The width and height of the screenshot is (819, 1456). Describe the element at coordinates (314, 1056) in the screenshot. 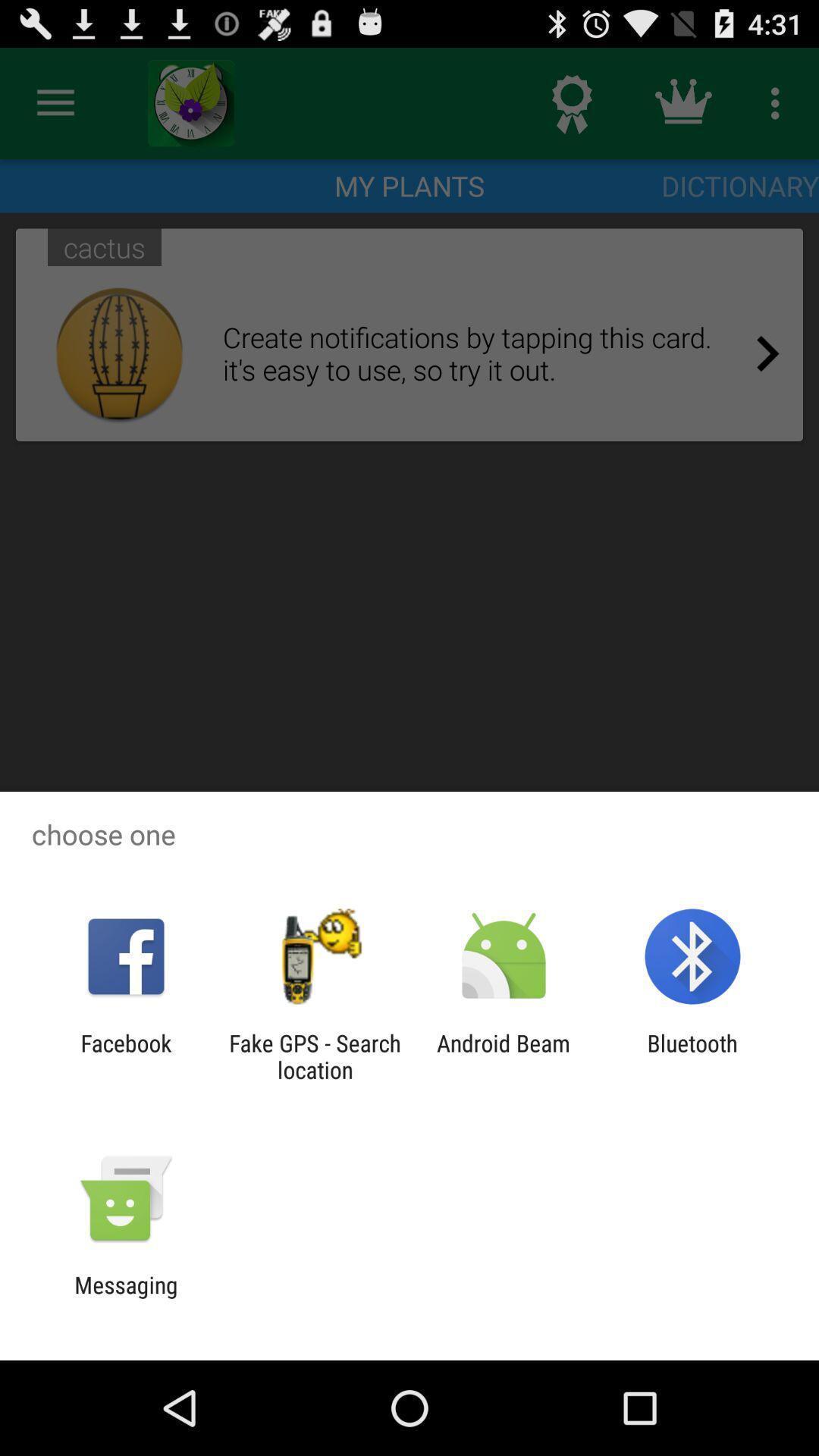

I see `fake gps search app` at that location.